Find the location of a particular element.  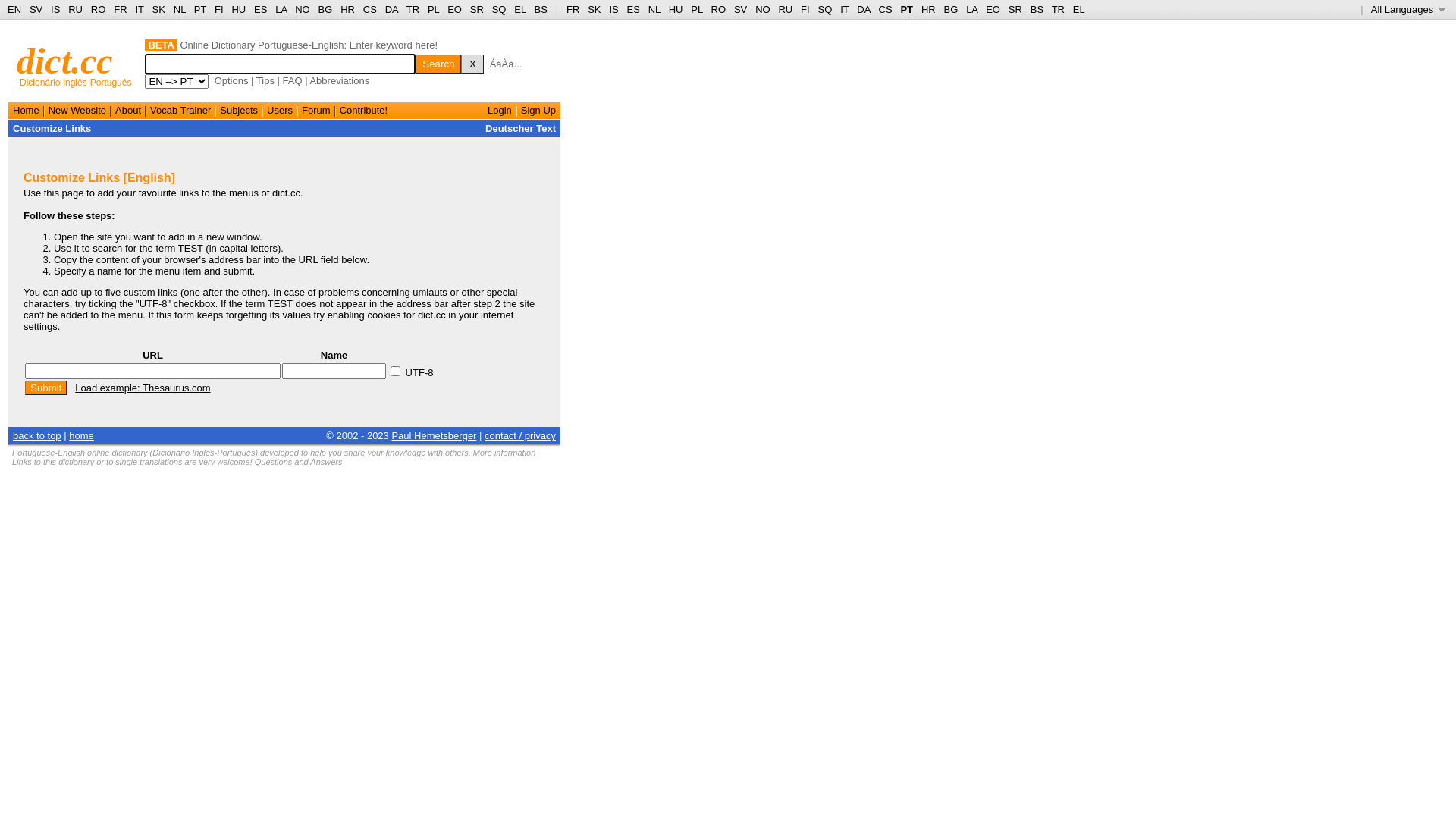

'Abbreviations' is located at coordinates (338, 80).